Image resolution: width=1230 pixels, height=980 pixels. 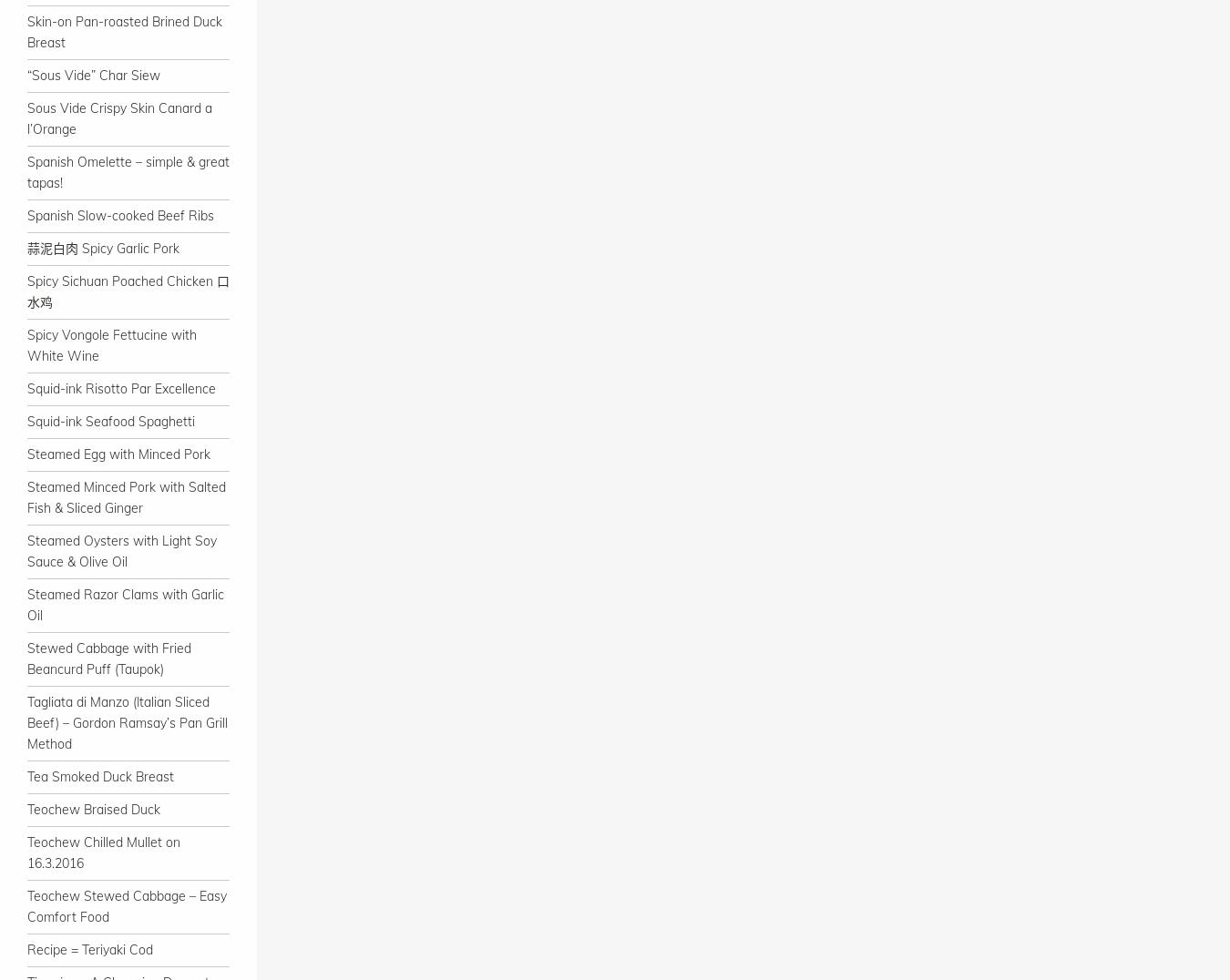 What do you see at coordinates (99, 777) in the screenshot?
I see `'Tea Smoked Duck Breast'` at bounding box center [99, 777].